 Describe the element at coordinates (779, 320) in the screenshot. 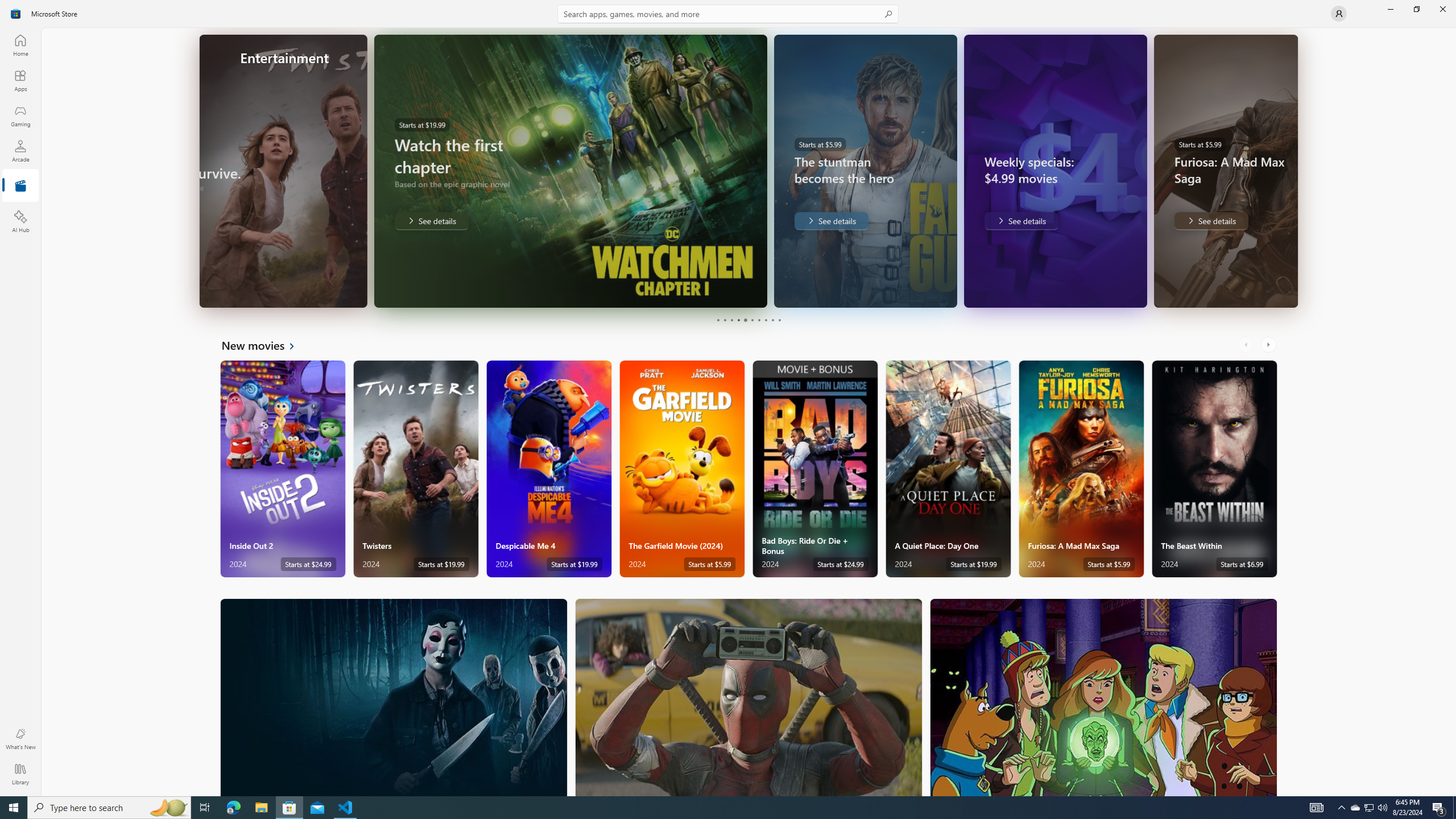

I see `'Page 10'` at that location.